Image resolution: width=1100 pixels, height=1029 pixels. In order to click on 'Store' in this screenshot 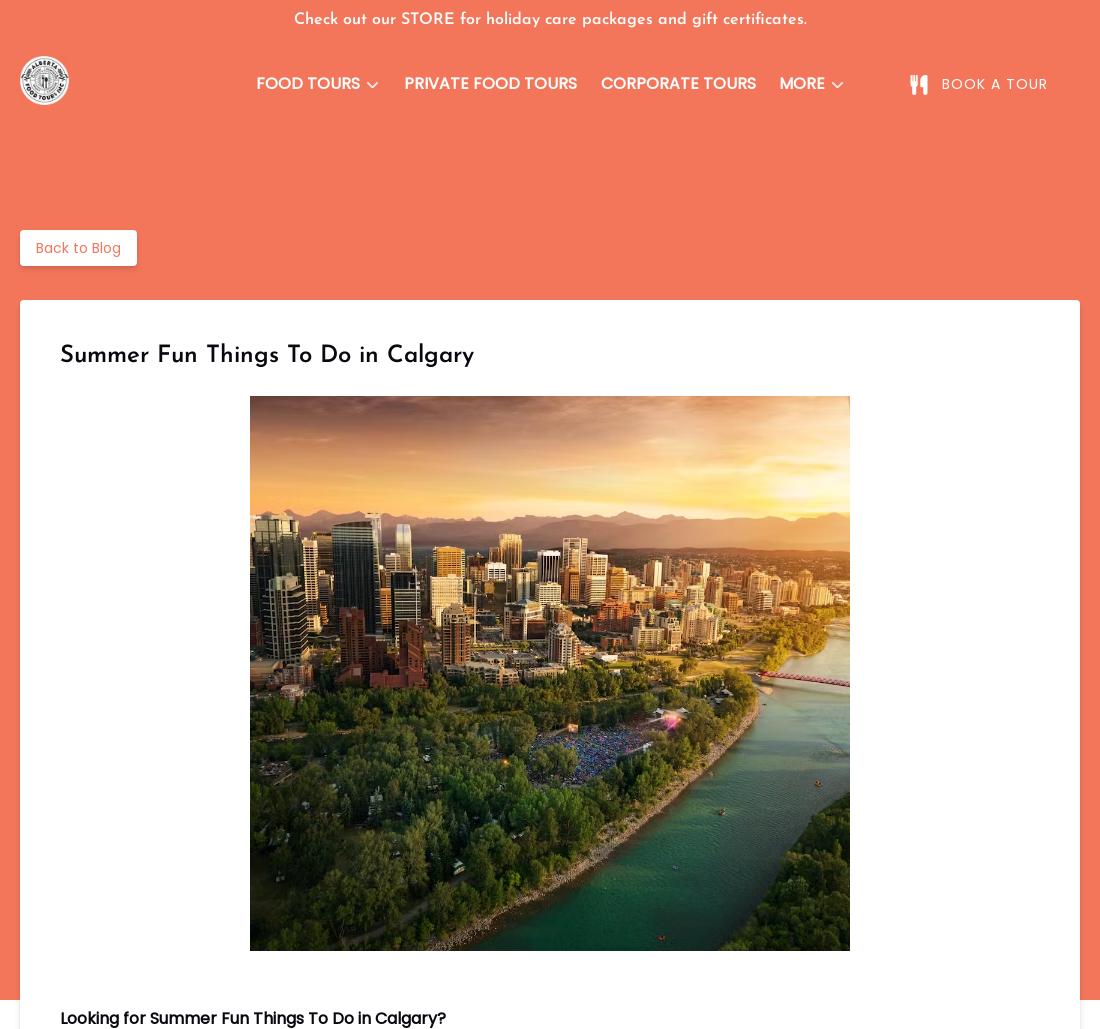, I will do `click(814, 175)`.